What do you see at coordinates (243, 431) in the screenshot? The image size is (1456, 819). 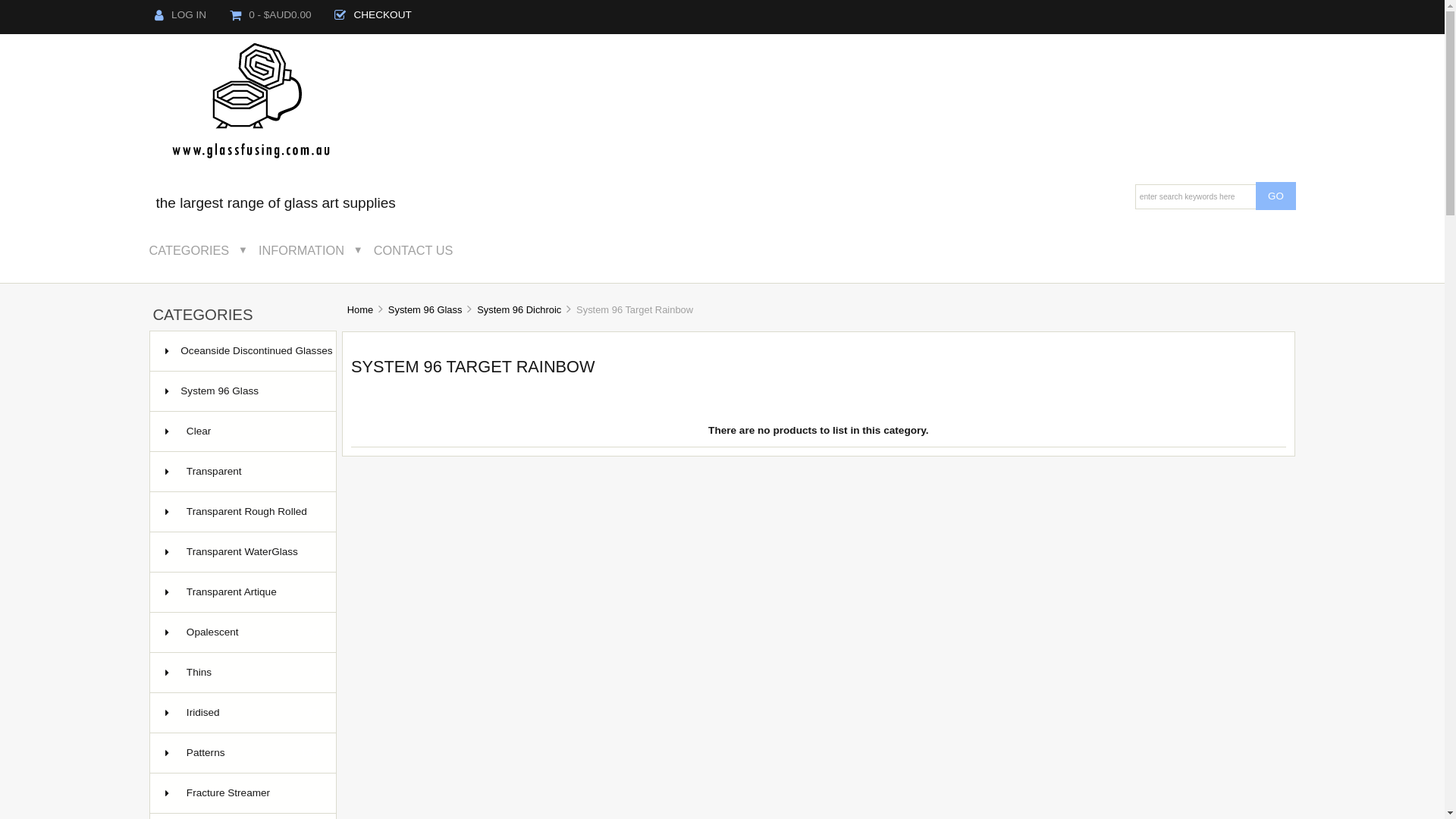 I see `'  Clear` at bounding box center [243, 431].